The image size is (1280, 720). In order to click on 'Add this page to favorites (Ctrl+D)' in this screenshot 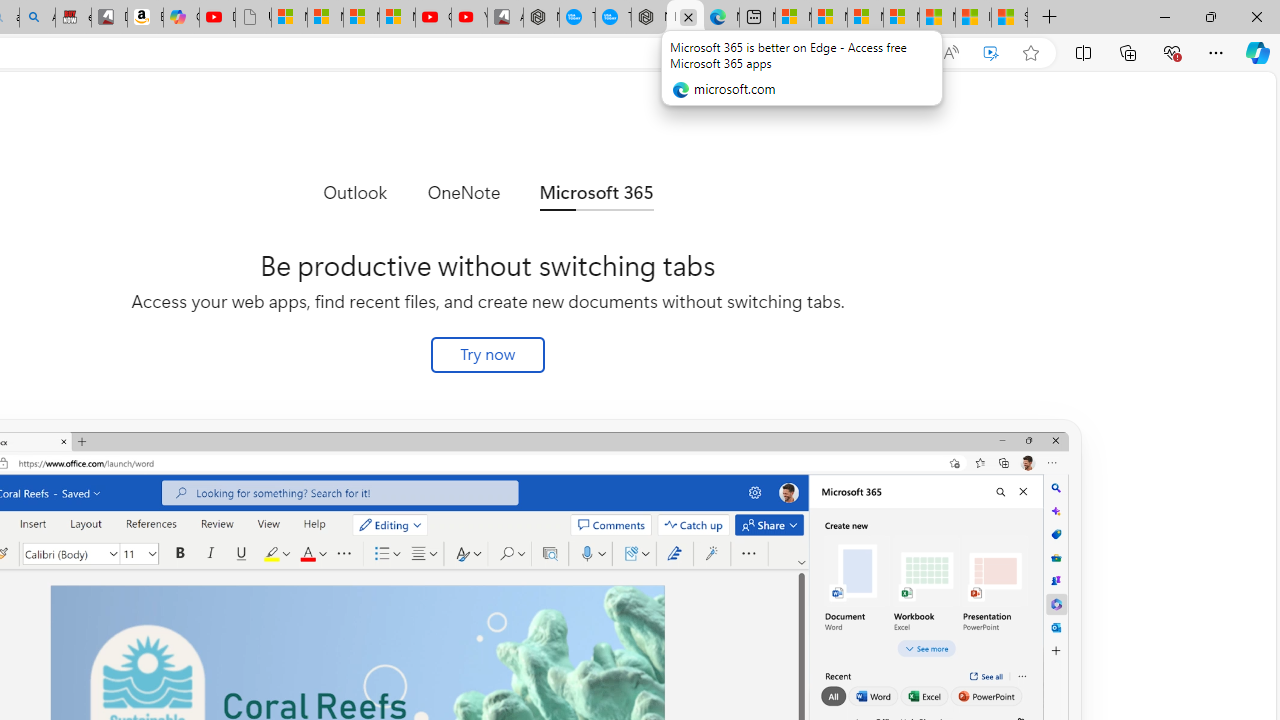, I will do `click(1031, 52)`.